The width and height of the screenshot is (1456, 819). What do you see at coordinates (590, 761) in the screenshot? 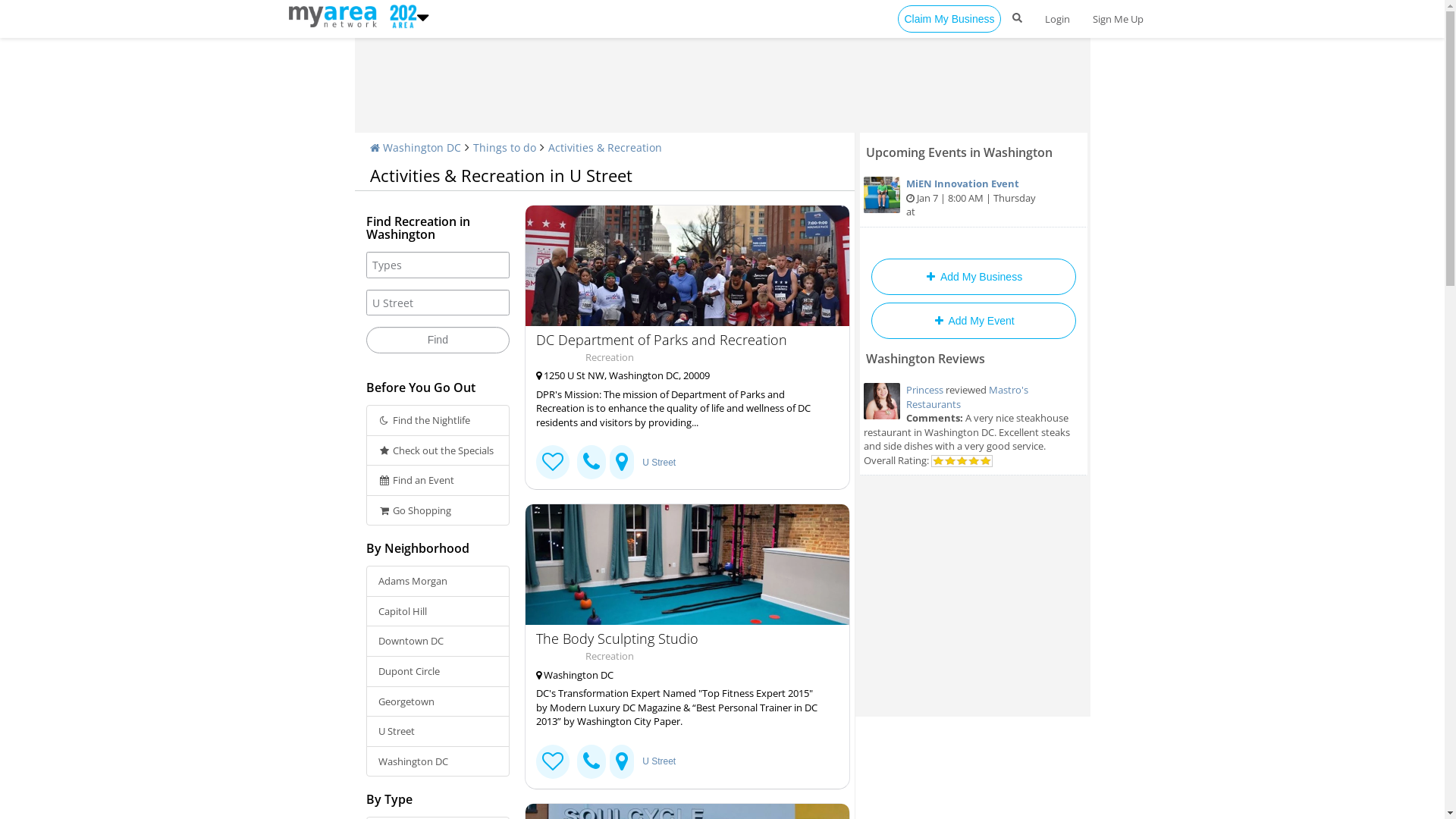
I see `'tel:202888-7221'` at bounding box center [590, 761].